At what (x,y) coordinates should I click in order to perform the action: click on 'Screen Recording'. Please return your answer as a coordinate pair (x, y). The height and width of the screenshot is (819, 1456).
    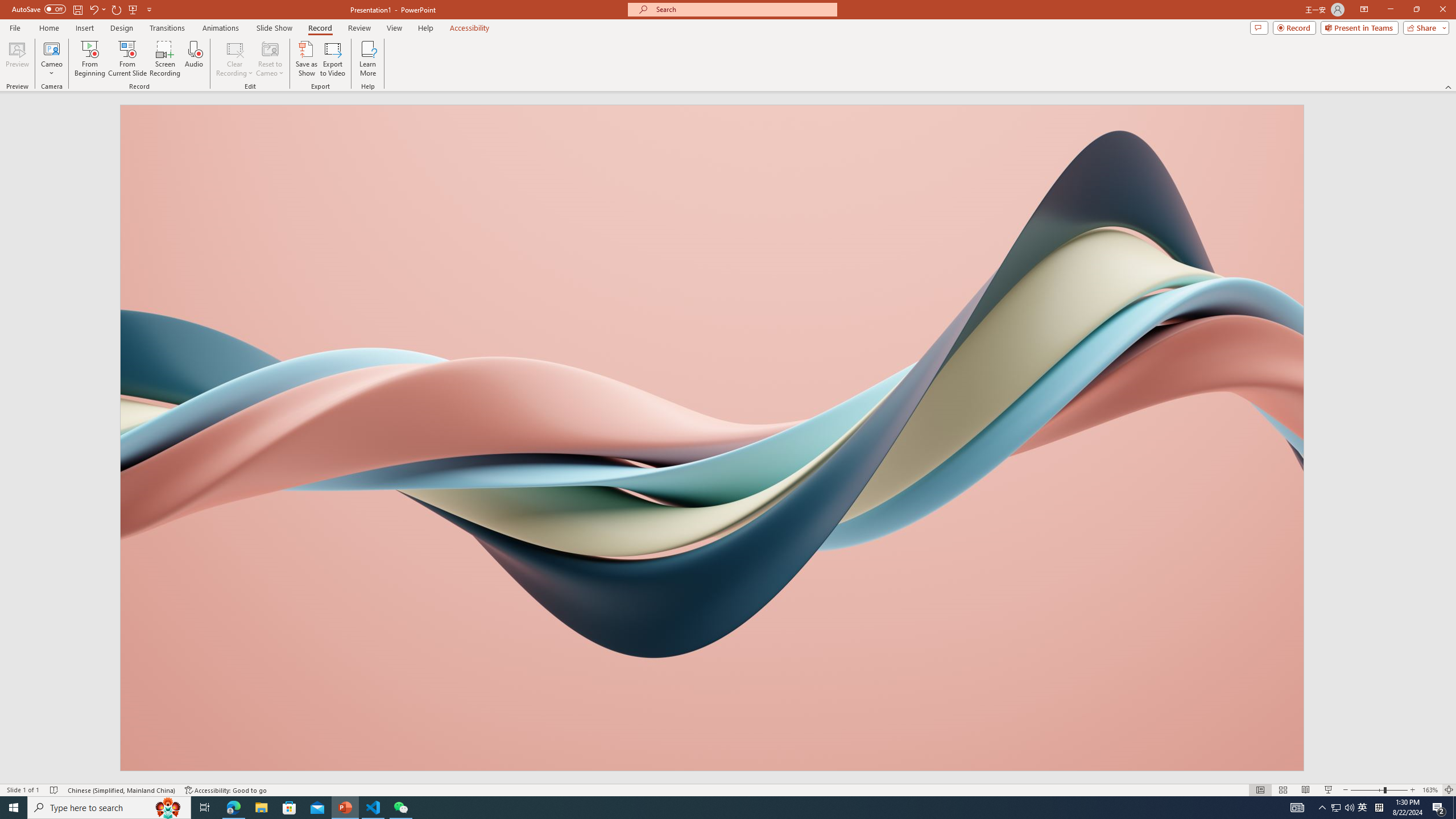
    Looking at the image, I should click on (164, 59).